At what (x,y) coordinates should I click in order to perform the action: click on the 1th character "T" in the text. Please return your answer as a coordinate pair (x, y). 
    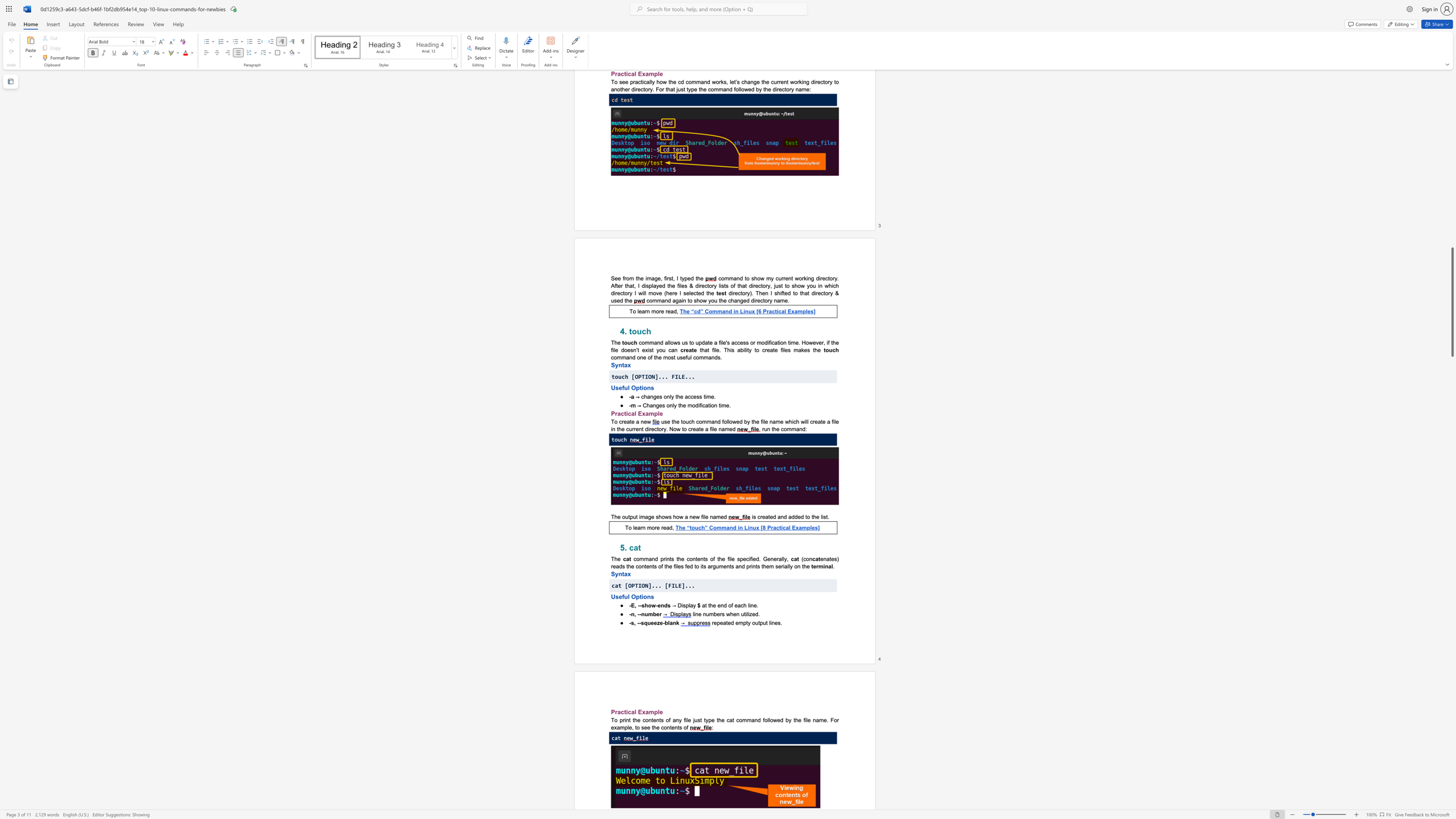
    Looking at the image, I should click on (612, 517).